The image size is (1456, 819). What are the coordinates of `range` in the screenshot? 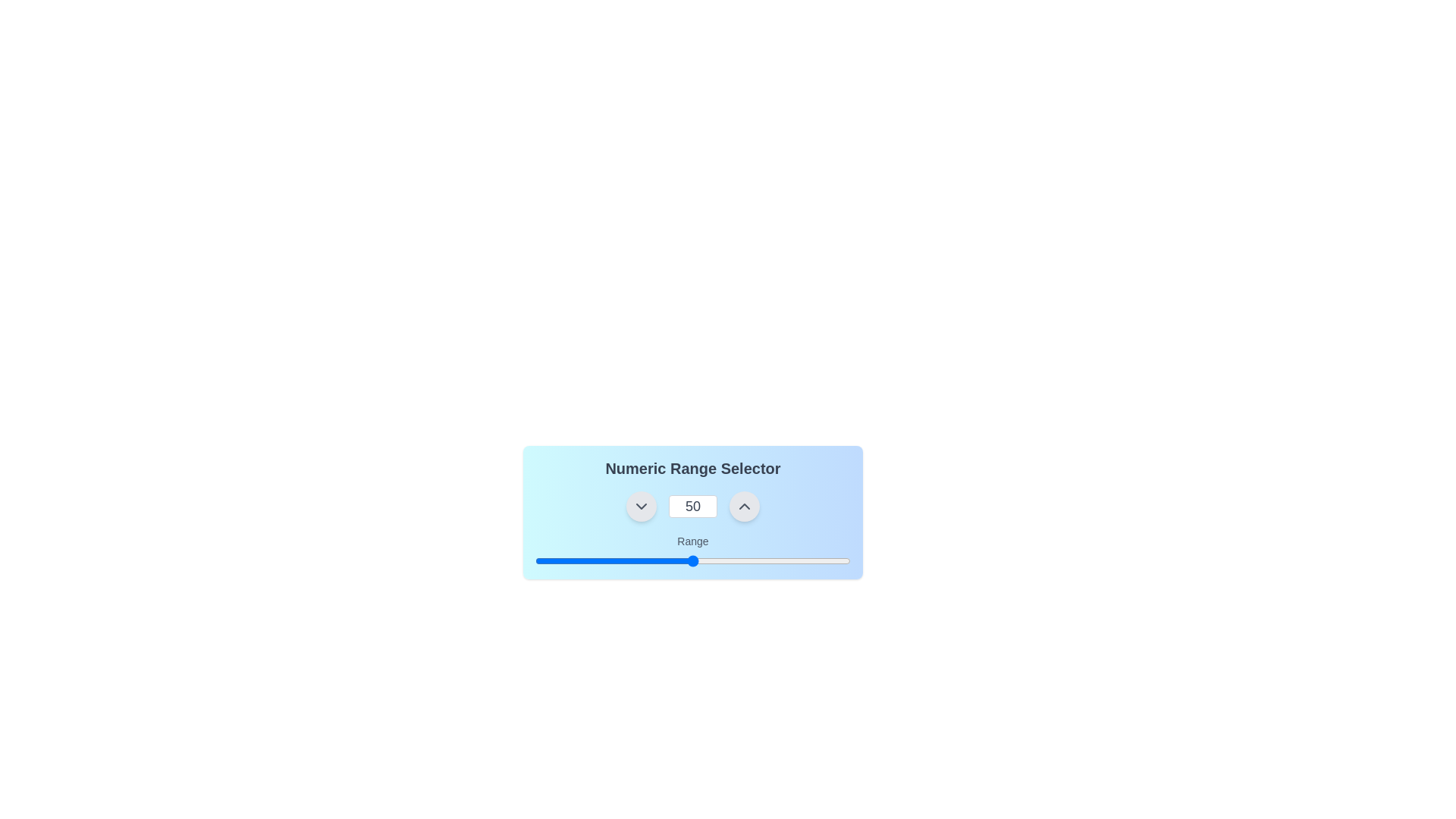 It's located at (598, 561).